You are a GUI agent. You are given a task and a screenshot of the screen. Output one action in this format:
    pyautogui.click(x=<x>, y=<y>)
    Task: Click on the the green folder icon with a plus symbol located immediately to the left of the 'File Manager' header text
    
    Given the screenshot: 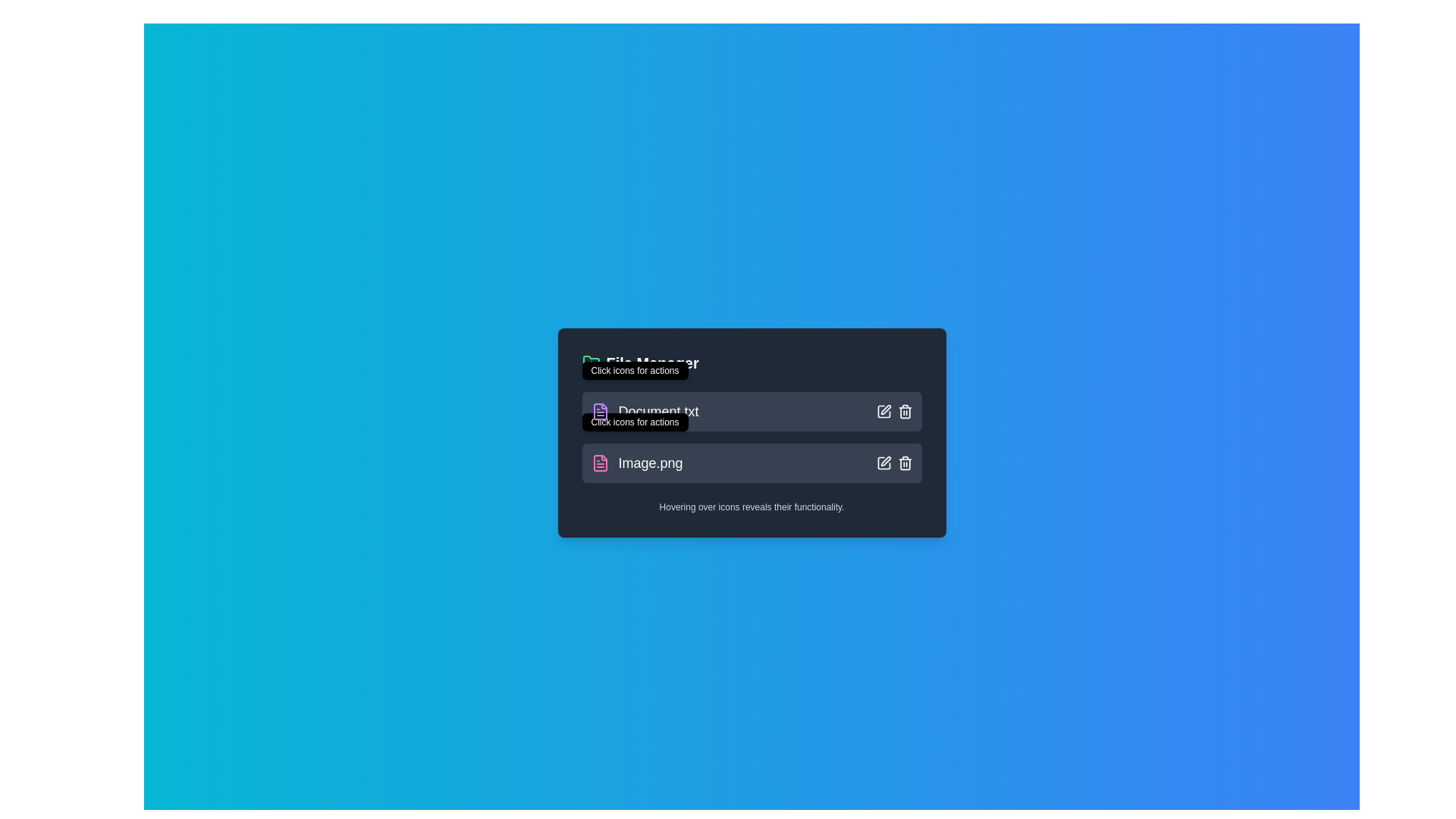 What is the action you would take?
    pyautogui.click(x=590, y=362)
    